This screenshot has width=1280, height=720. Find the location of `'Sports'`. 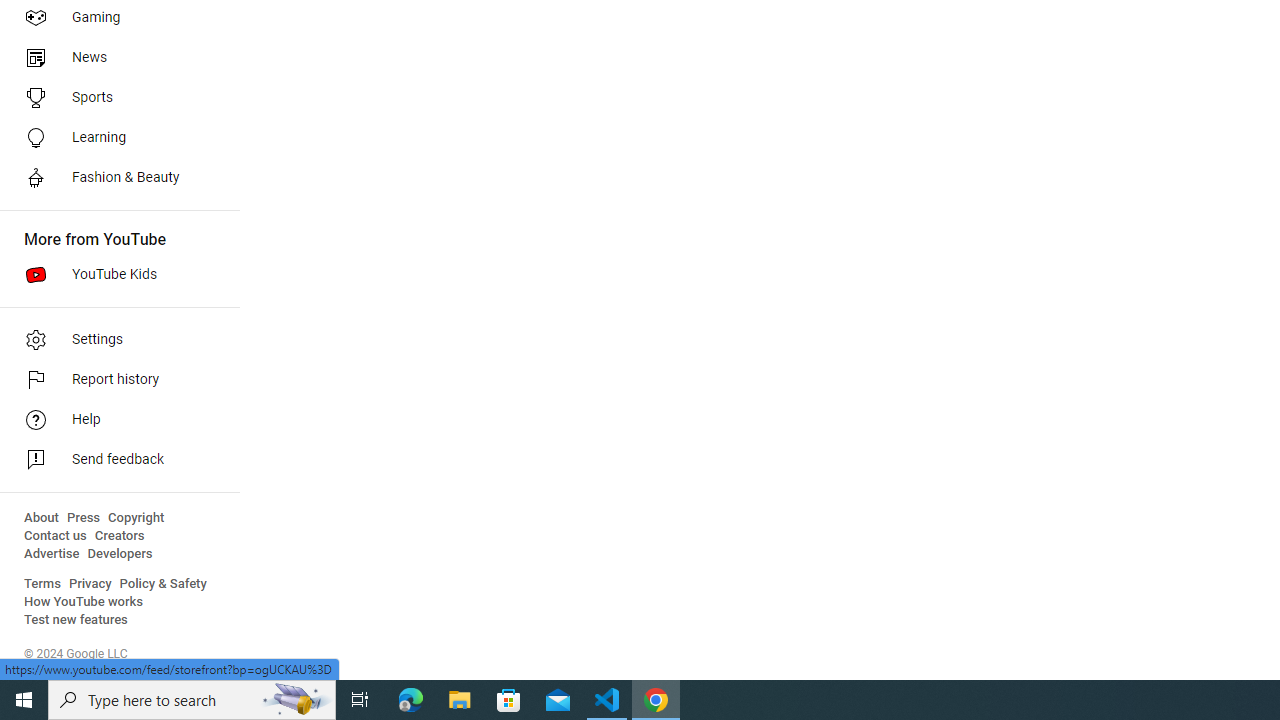

'Sports' is located at coordinates (112, 97).